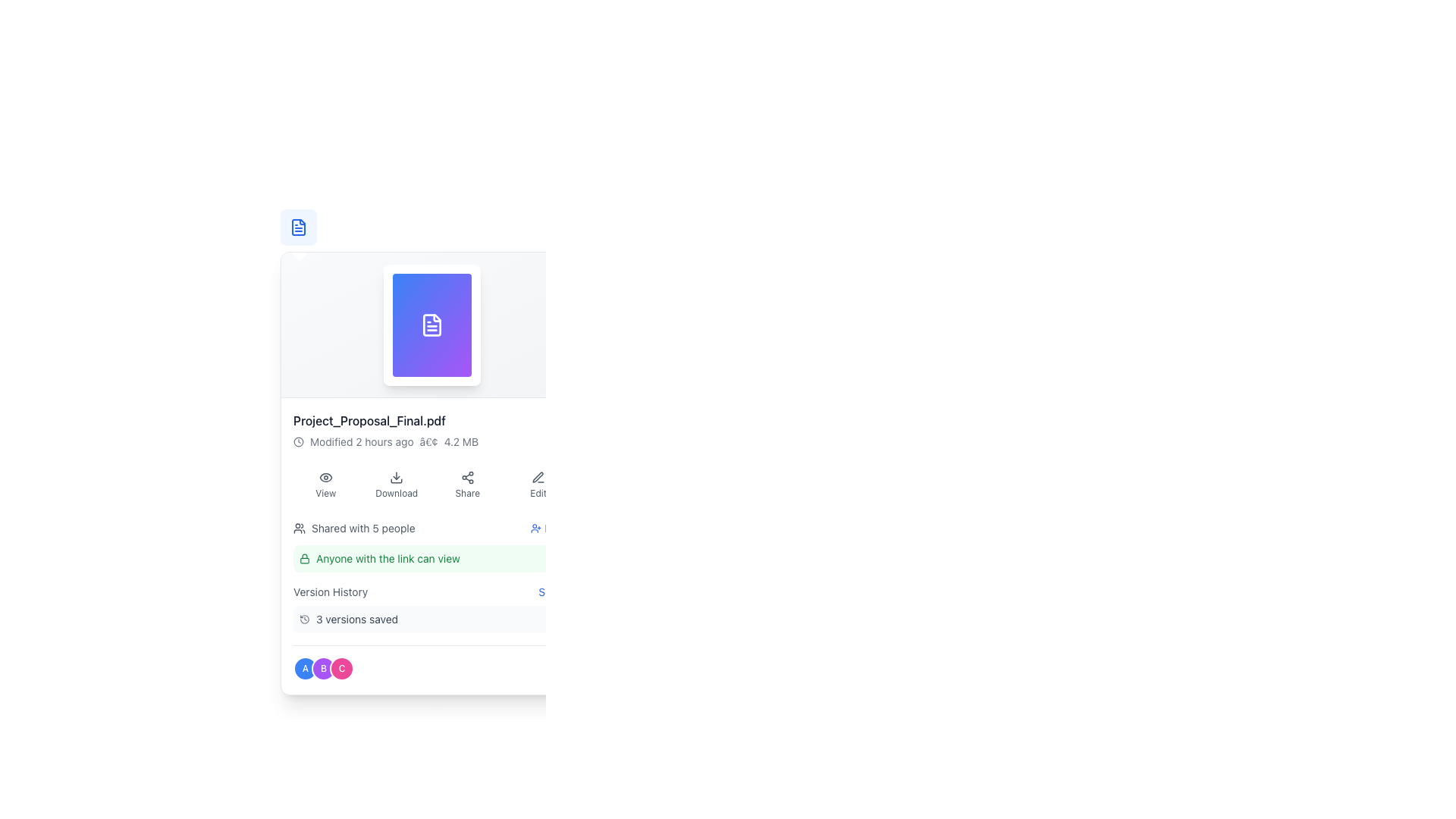 This screenshot has width=1456, height=819. I want to click on the stylized vector graphic document icon located near the top left area of the interface to interact with the file it represents, so click(298, 227).